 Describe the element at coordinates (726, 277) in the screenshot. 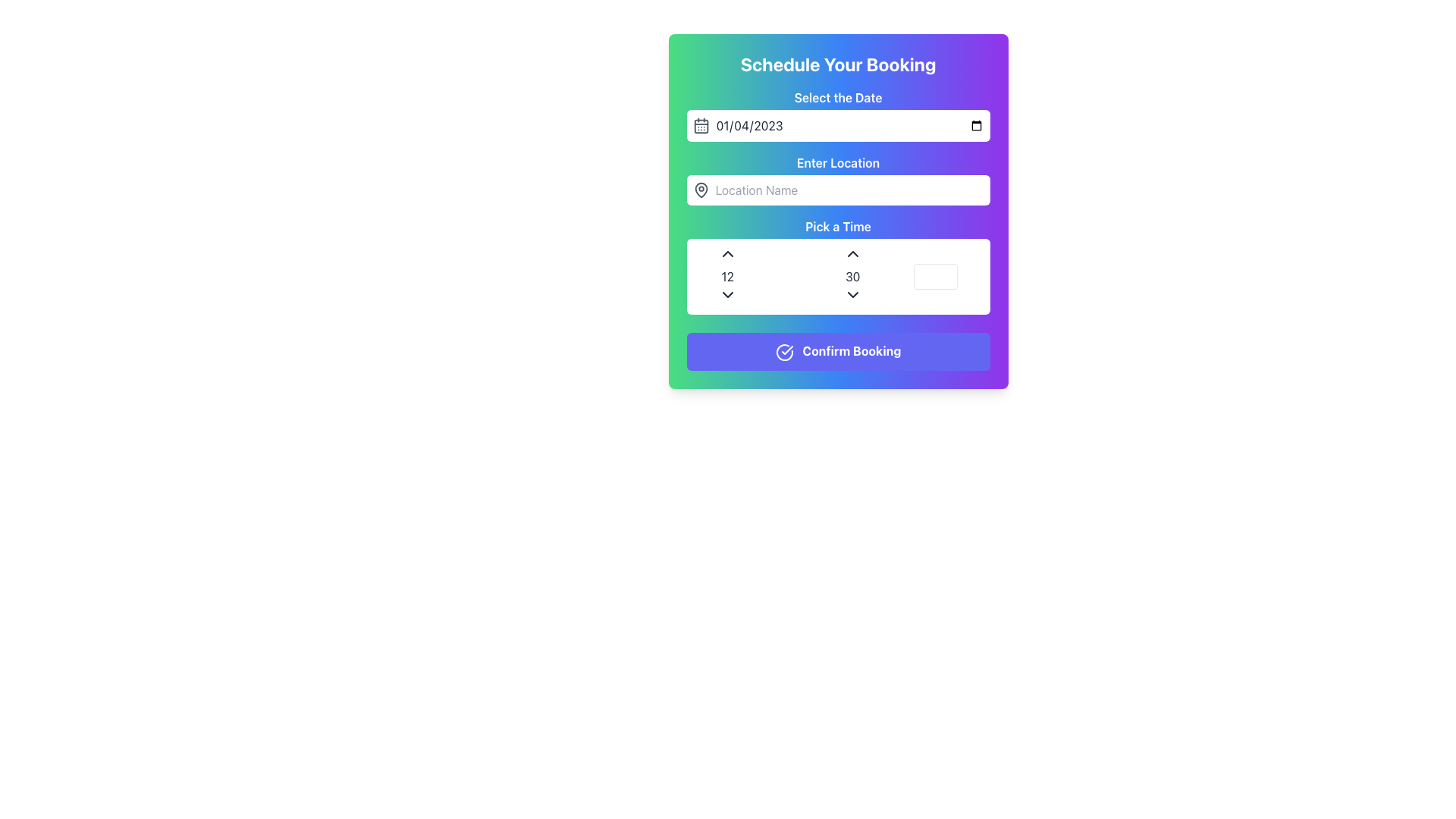

I see `the adjacent arrow icons to modify the hour component displayed in the time selection interface located in the left half of the form card` at that location.